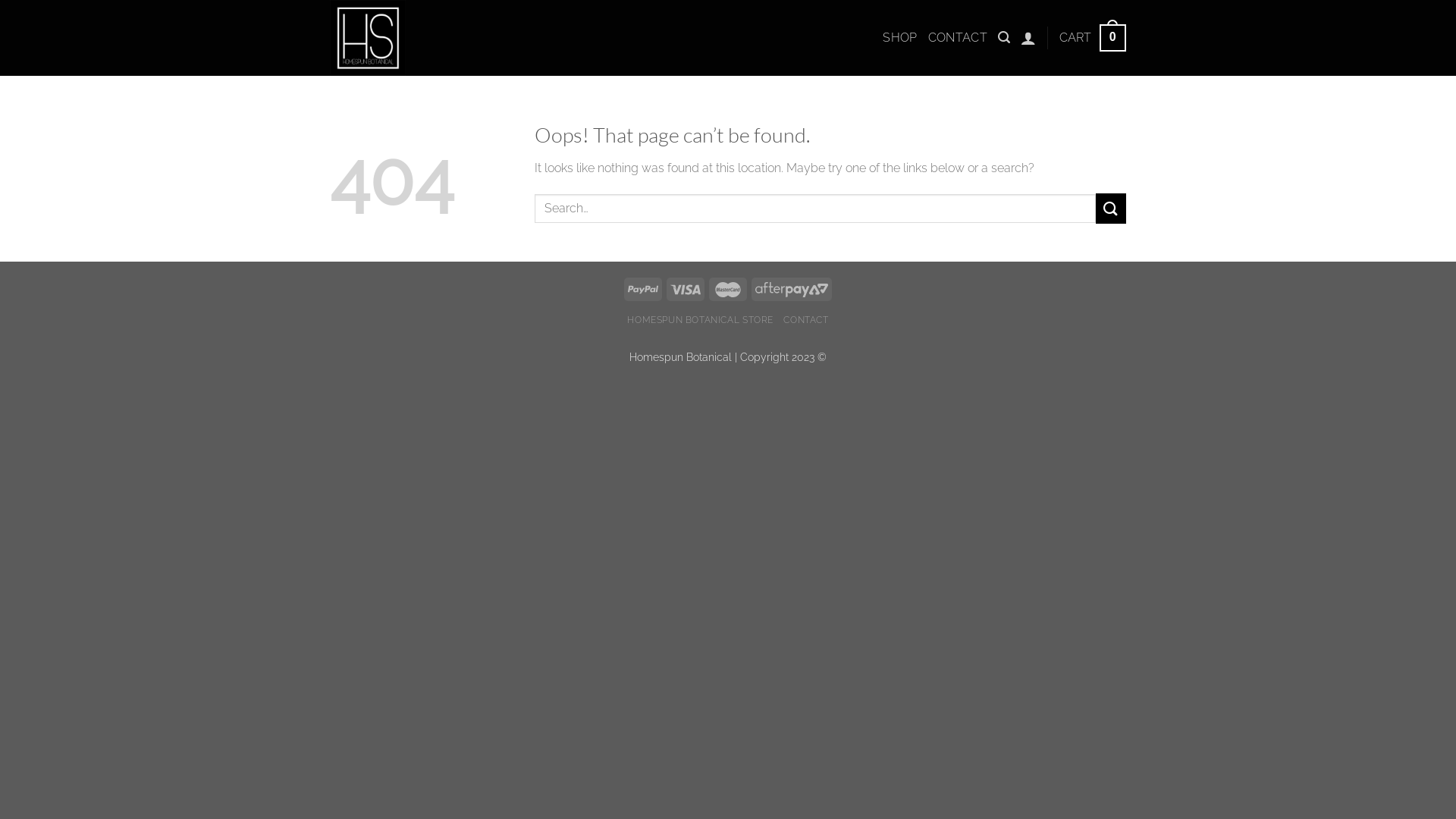  I want to click on 'SHOP', so click(882, 37).